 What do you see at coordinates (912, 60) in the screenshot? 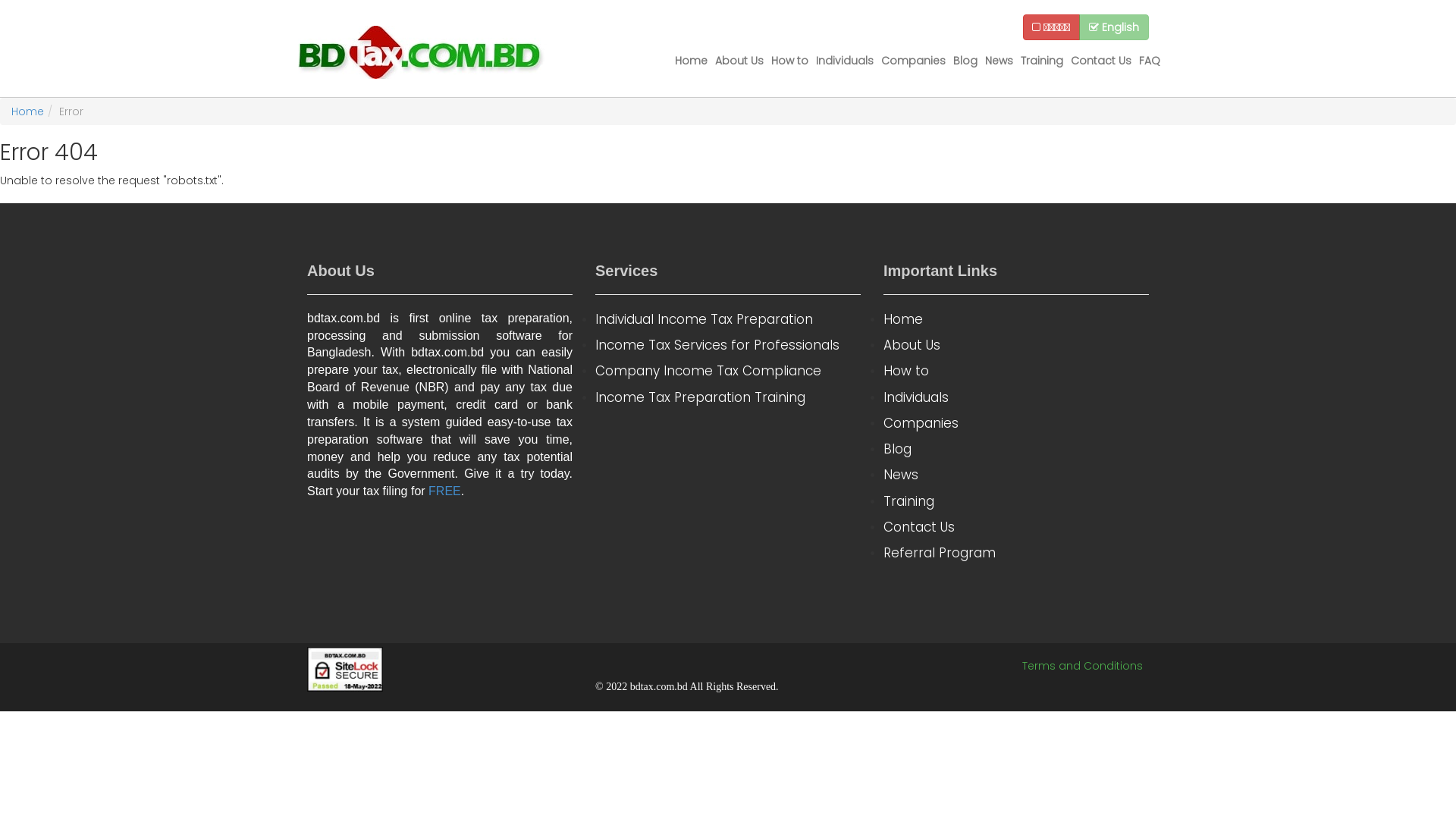
I see `'Companies'` at bounding box center [912, 60].